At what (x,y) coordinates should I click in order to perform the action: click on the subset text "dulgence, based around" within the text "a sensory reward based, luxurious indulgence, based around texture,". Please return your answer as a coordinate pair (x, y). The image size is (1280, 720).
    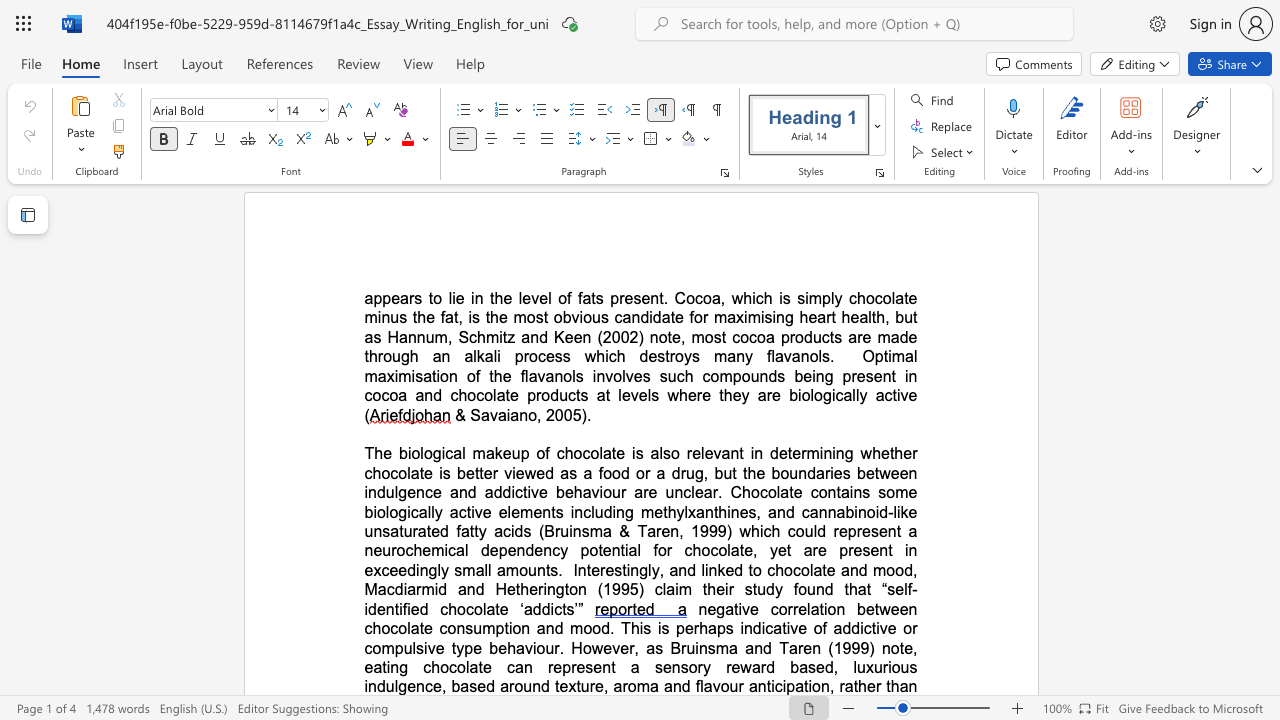
    Looking at the image, I should click on (376, 685).